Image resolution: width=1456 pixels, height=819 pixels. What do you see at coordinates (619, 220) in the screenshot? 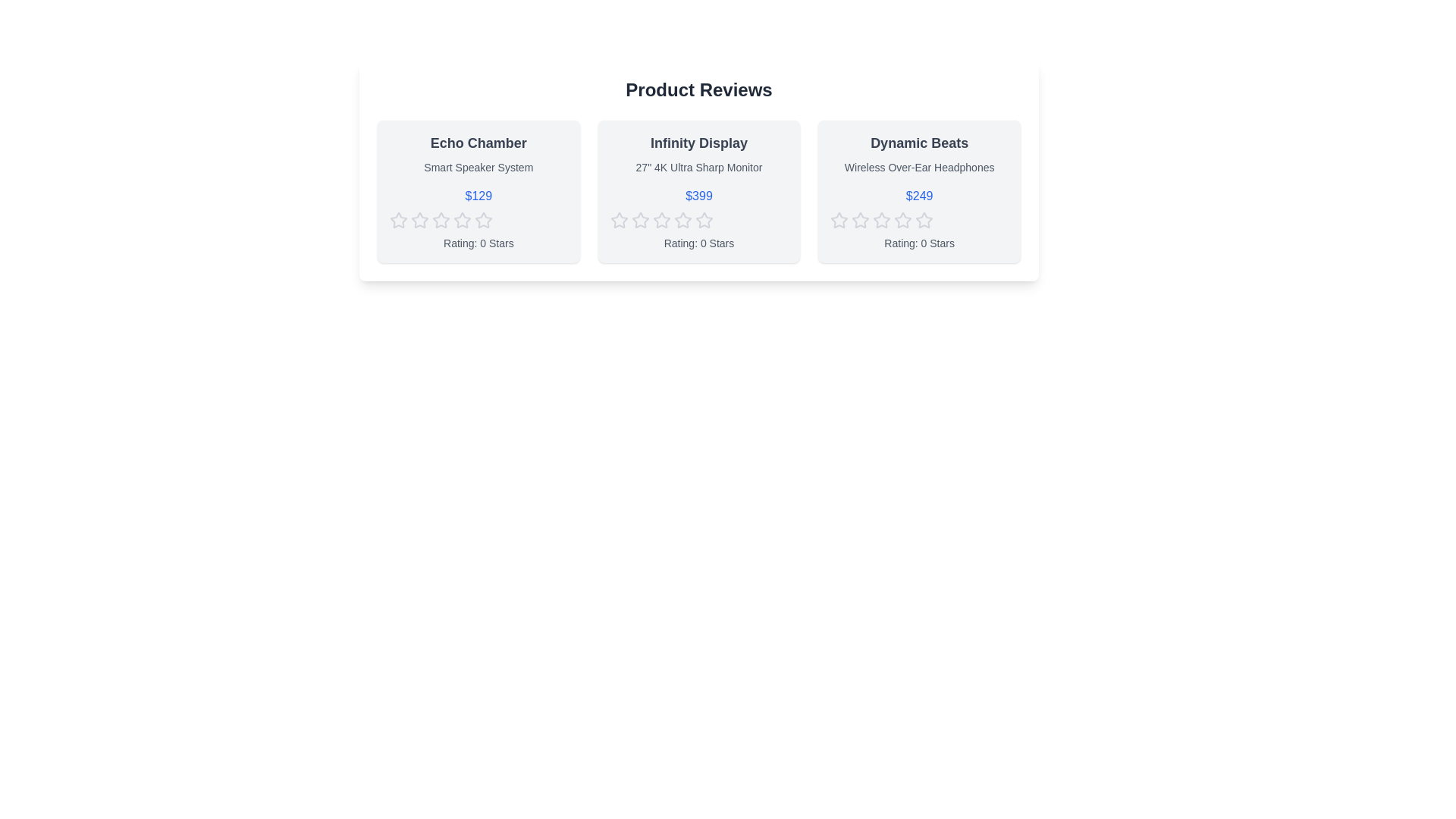
I see `the first outlined star icon used for rating under the product labeled 'Infinity Display'` at bounding box center [619, 220].